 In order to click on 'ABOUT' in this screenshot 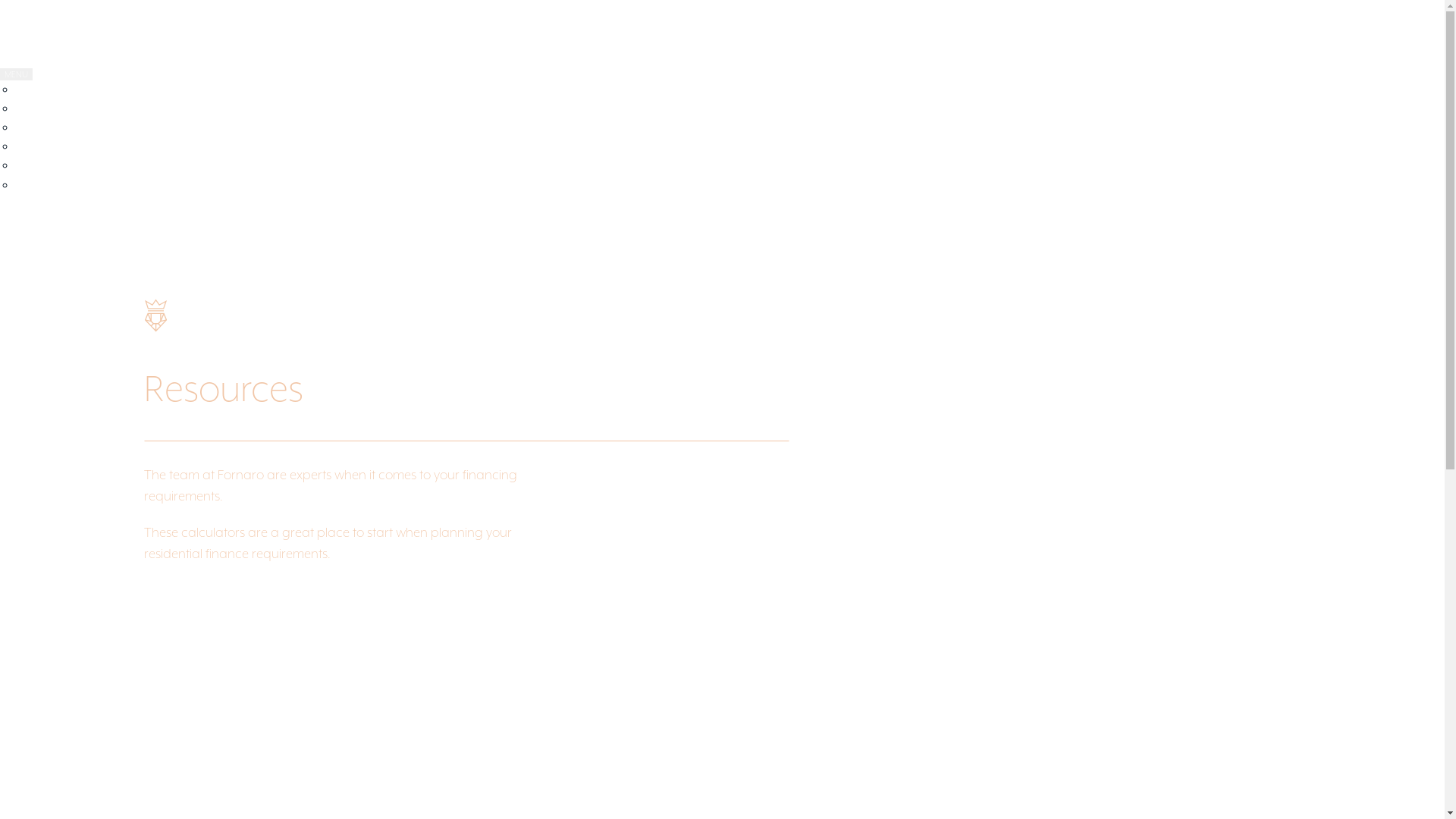, I will do `click(26, 89)`.